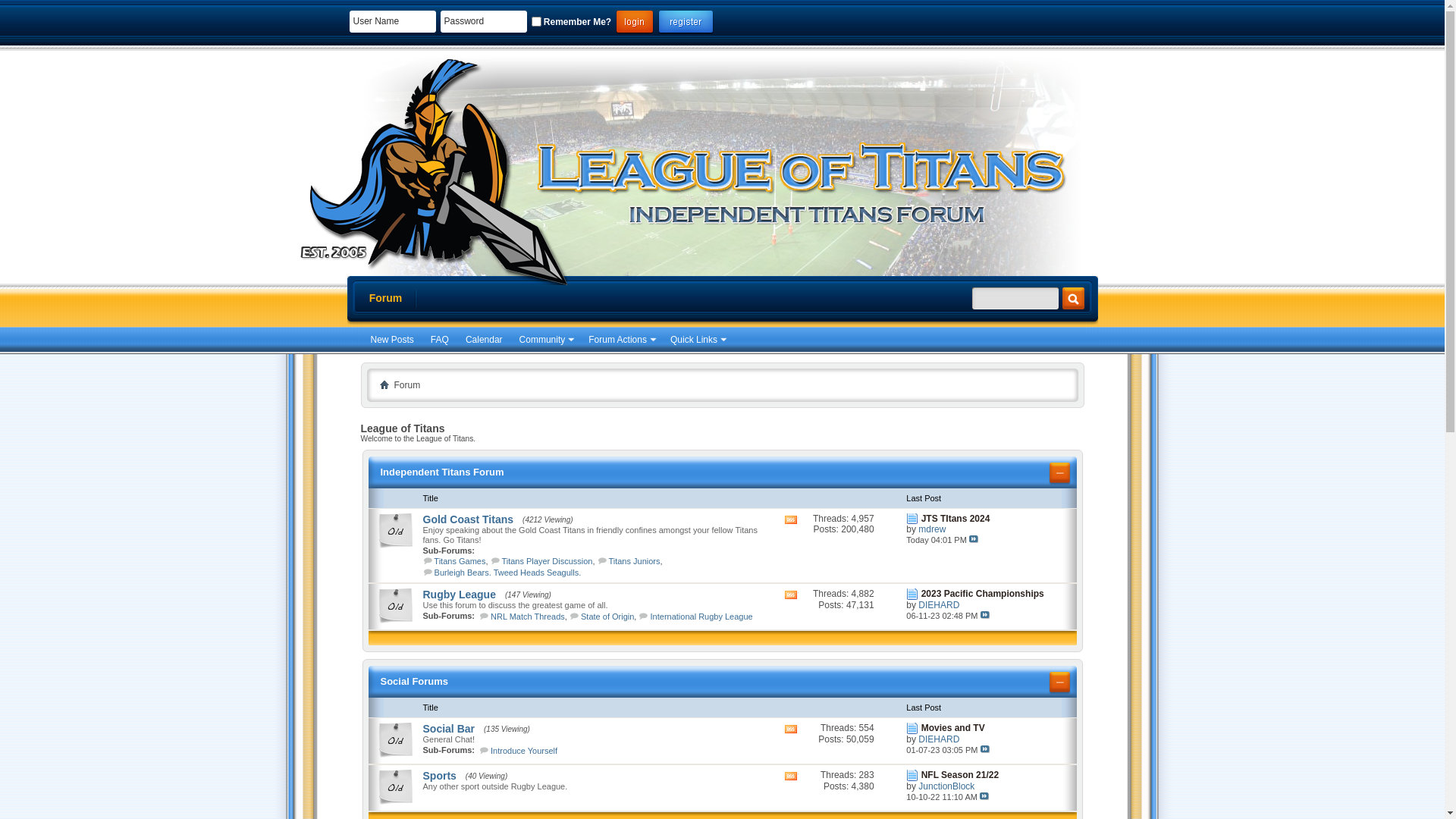  I want to click on 'Introduce Yourself', so click(524, 751).